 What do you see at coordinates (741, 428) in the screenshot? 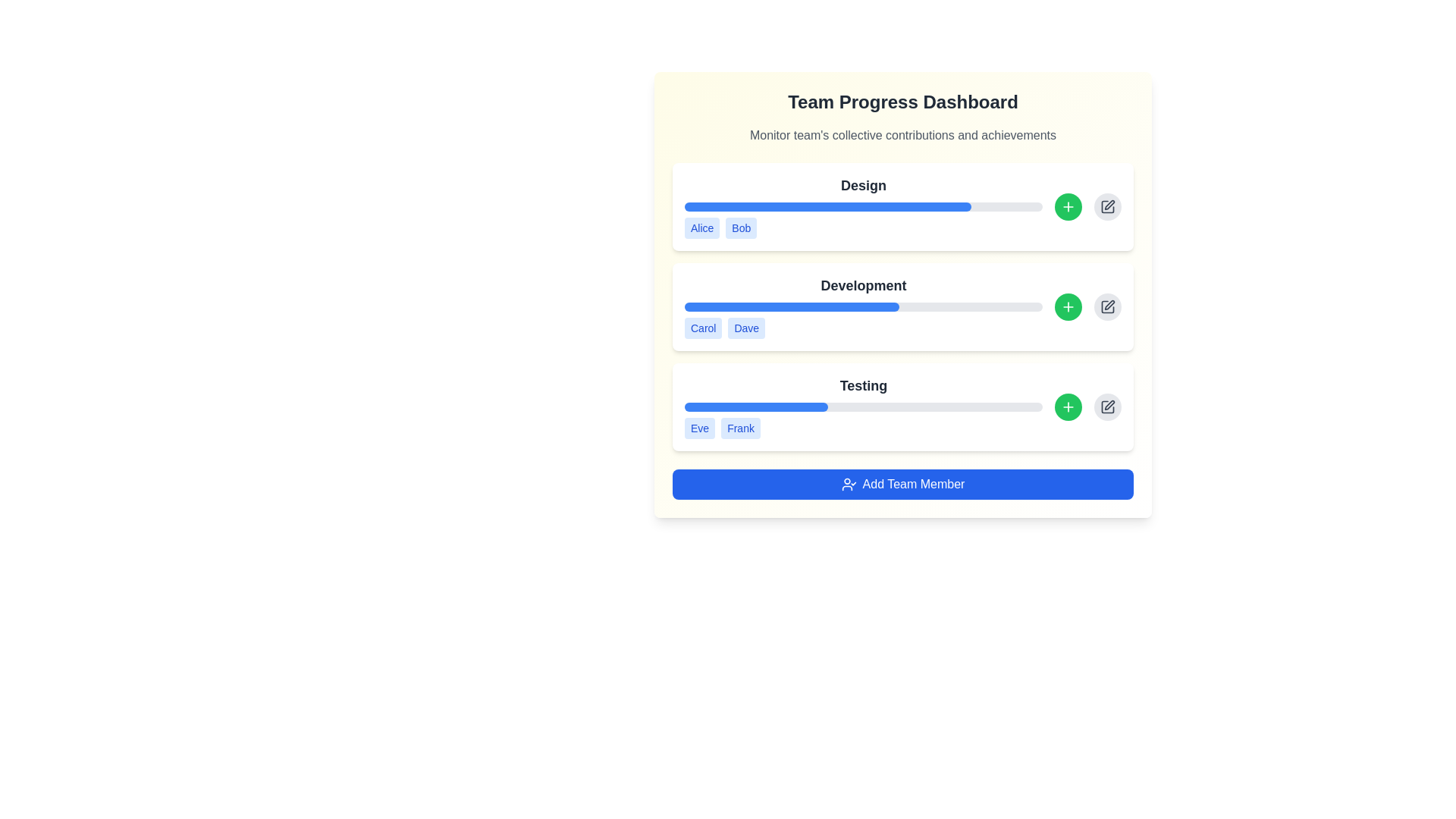
I see `the second badge labeled 'Frank' with a light blue background and bold blue text, positioned under the 'Testing' section` at bounding box center [741, 428].